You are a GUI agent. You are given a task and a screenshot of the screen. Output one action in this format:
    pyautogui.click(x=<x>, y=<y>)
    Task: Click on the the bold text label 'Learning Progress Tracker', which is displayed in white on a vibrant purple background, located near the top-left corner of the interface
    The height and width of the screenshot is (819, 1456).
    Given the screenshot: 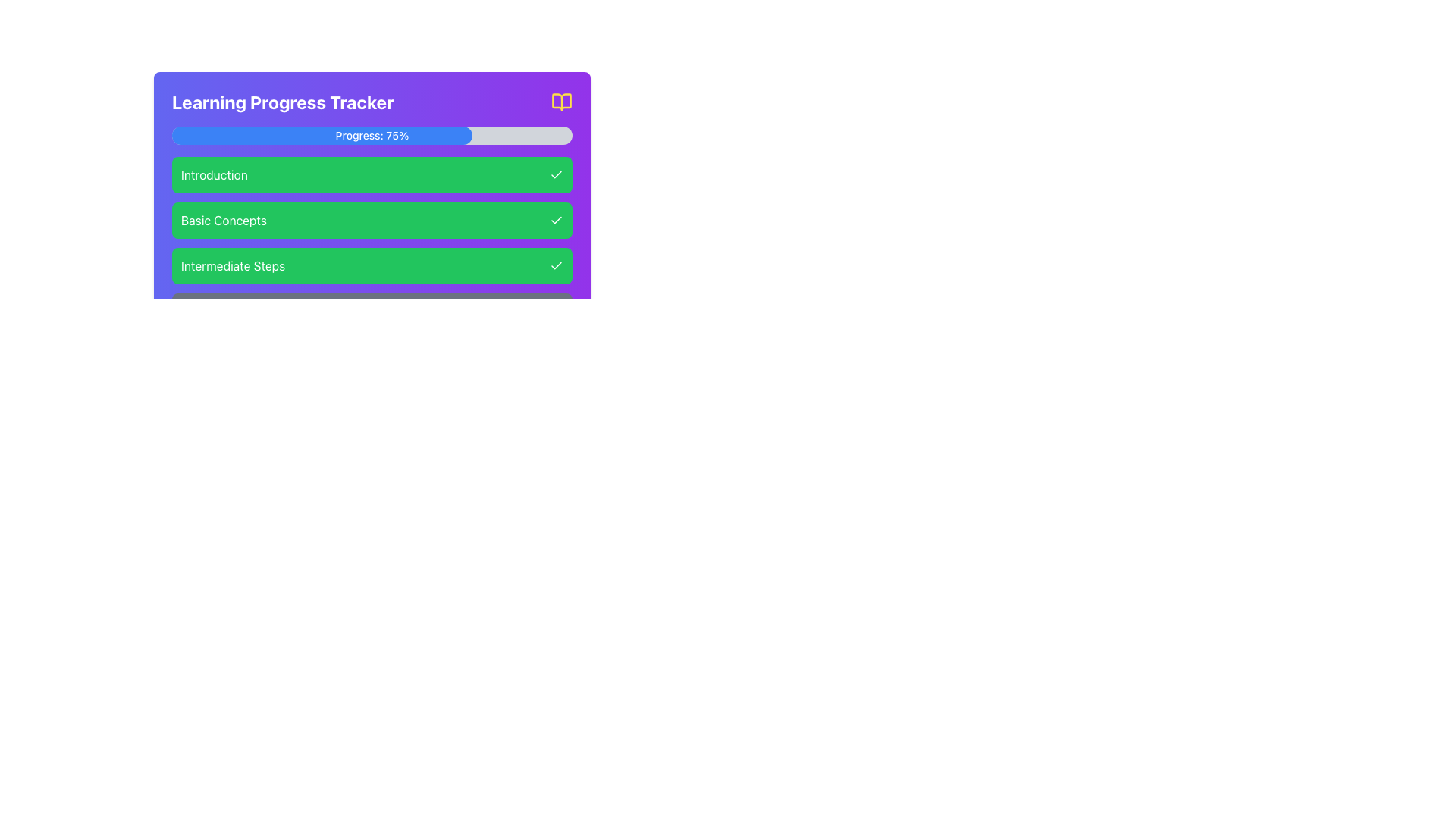 What is the action you would take?
    pyautogui.click(x=283, y=102)
    